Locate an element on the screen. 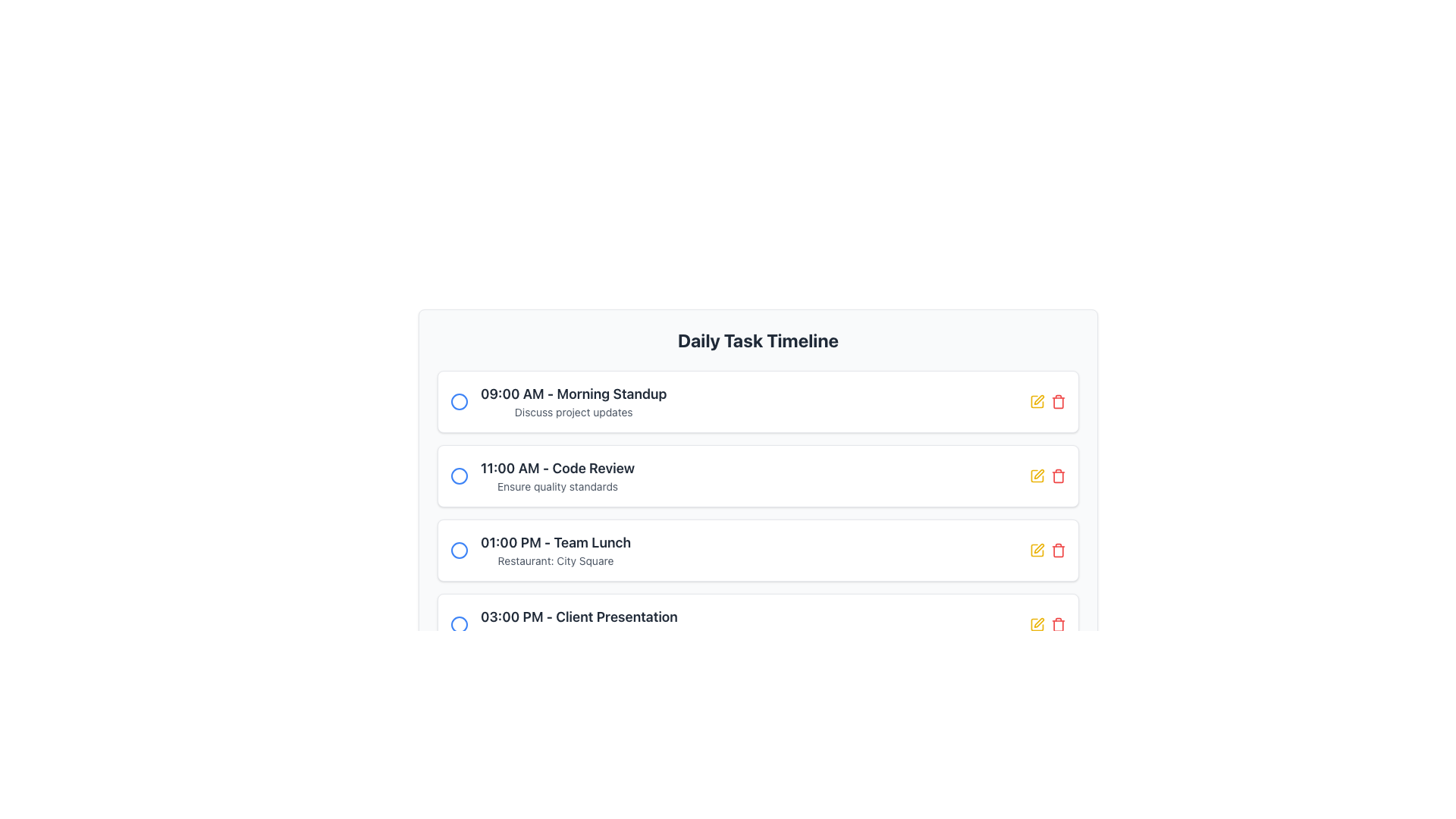 This screenshot has width=1456, height=819. the 'Client Presentation' scheduled task text element located at the bottom of the Daily Task Timeline is located at coordinates (578, 617).